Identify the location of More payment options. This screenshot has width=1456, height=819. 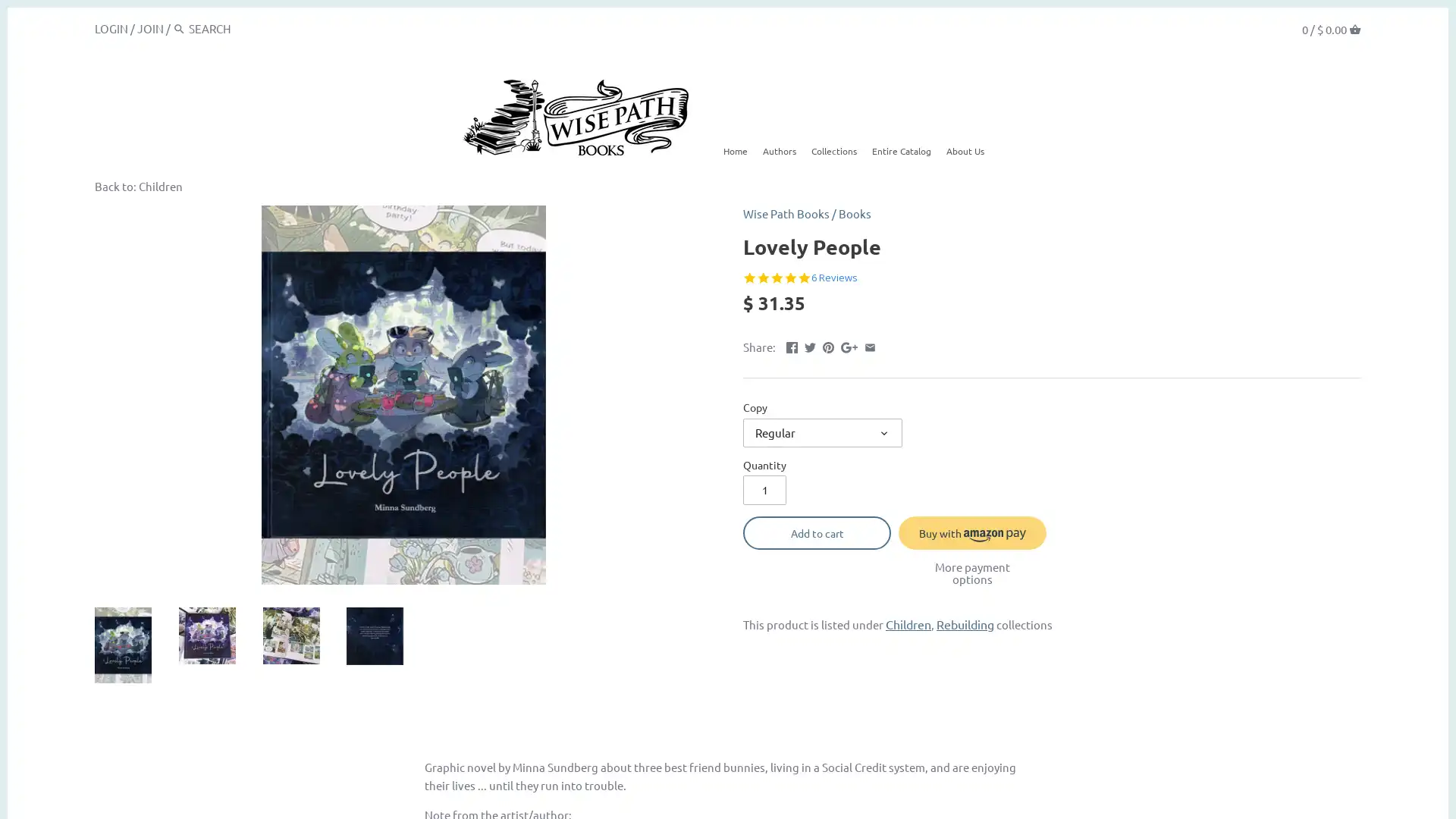
(972, 573).